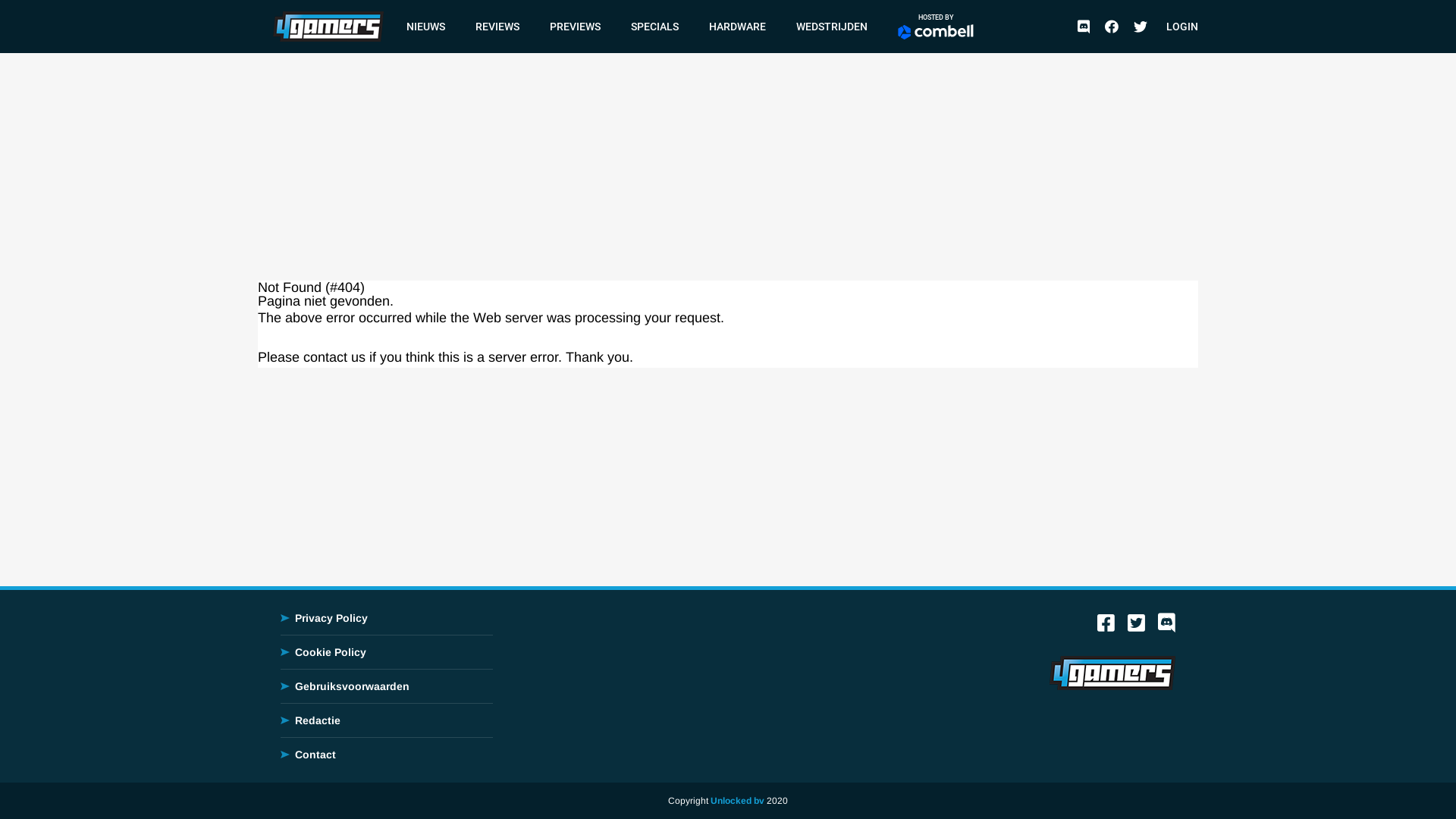 The width and height of the screenshot is (1456, 819). I want to click on 'Hosting en Webhosting bij Combell', so click(934, 32).